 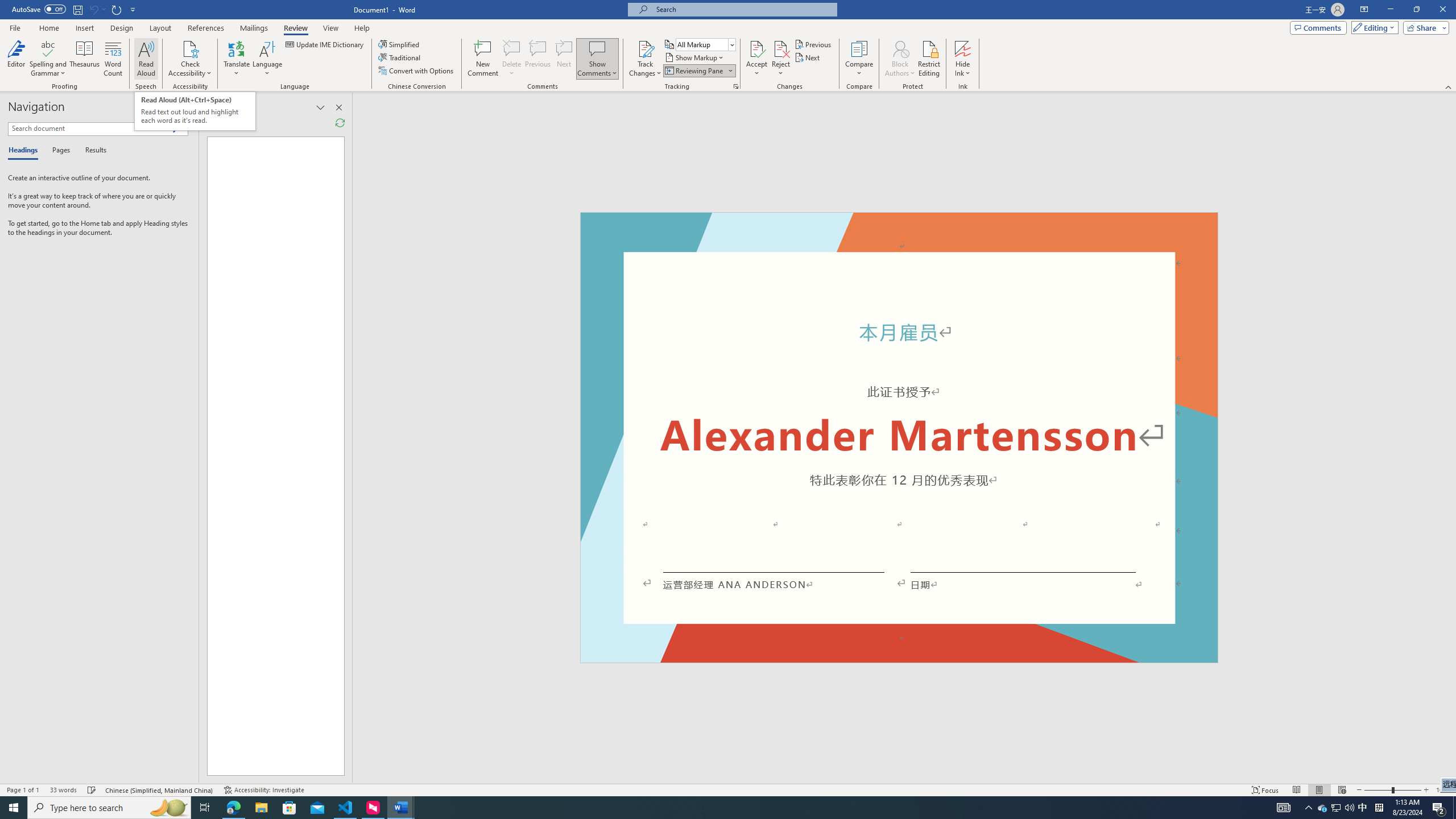 I want to click on 'Focus ', so click(x=1265, y=790).